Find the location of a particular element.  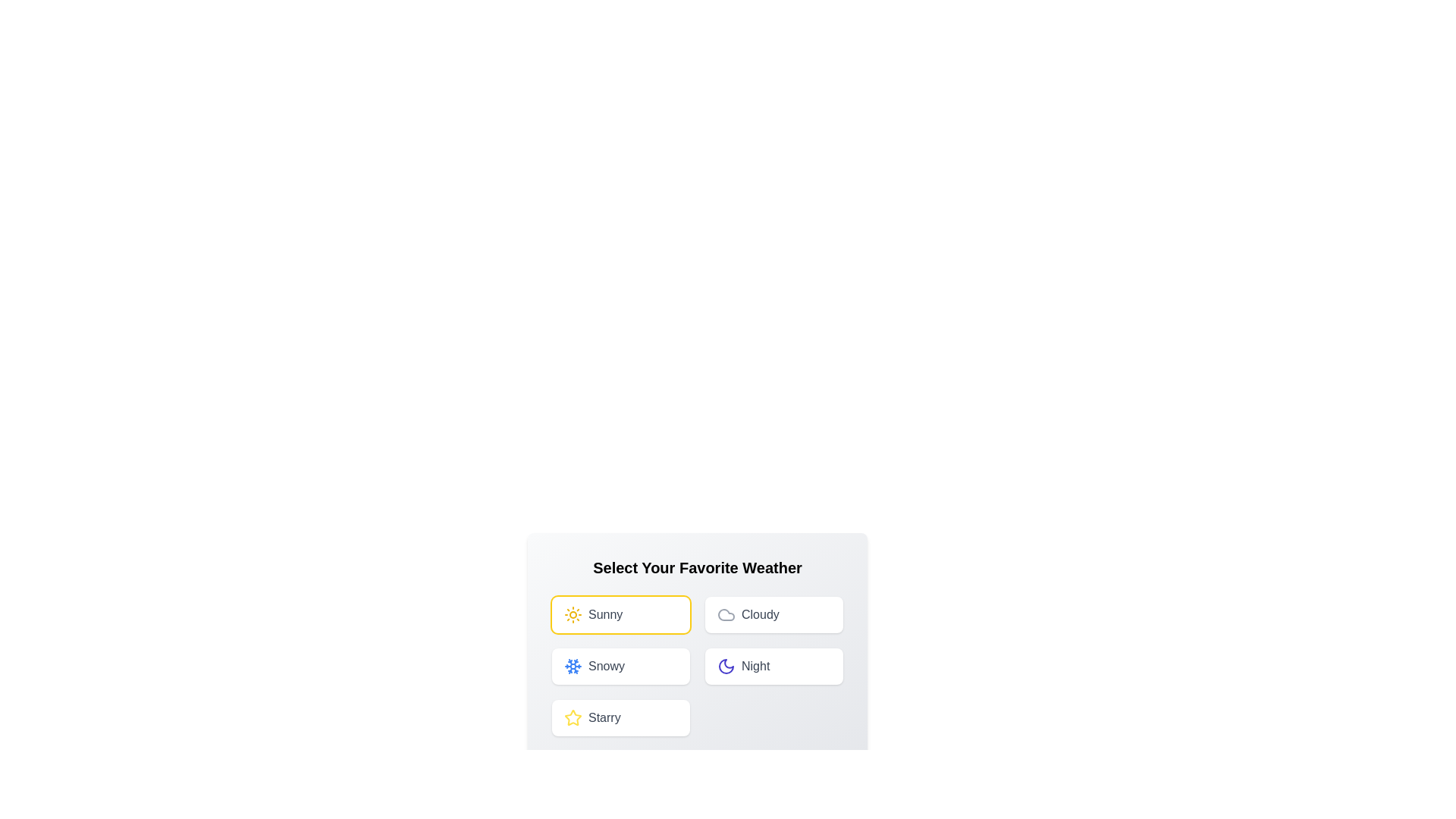

the 'Sunny' weather option button located in the top-left corner of the weather options grid is located at coordinates (621, 614).